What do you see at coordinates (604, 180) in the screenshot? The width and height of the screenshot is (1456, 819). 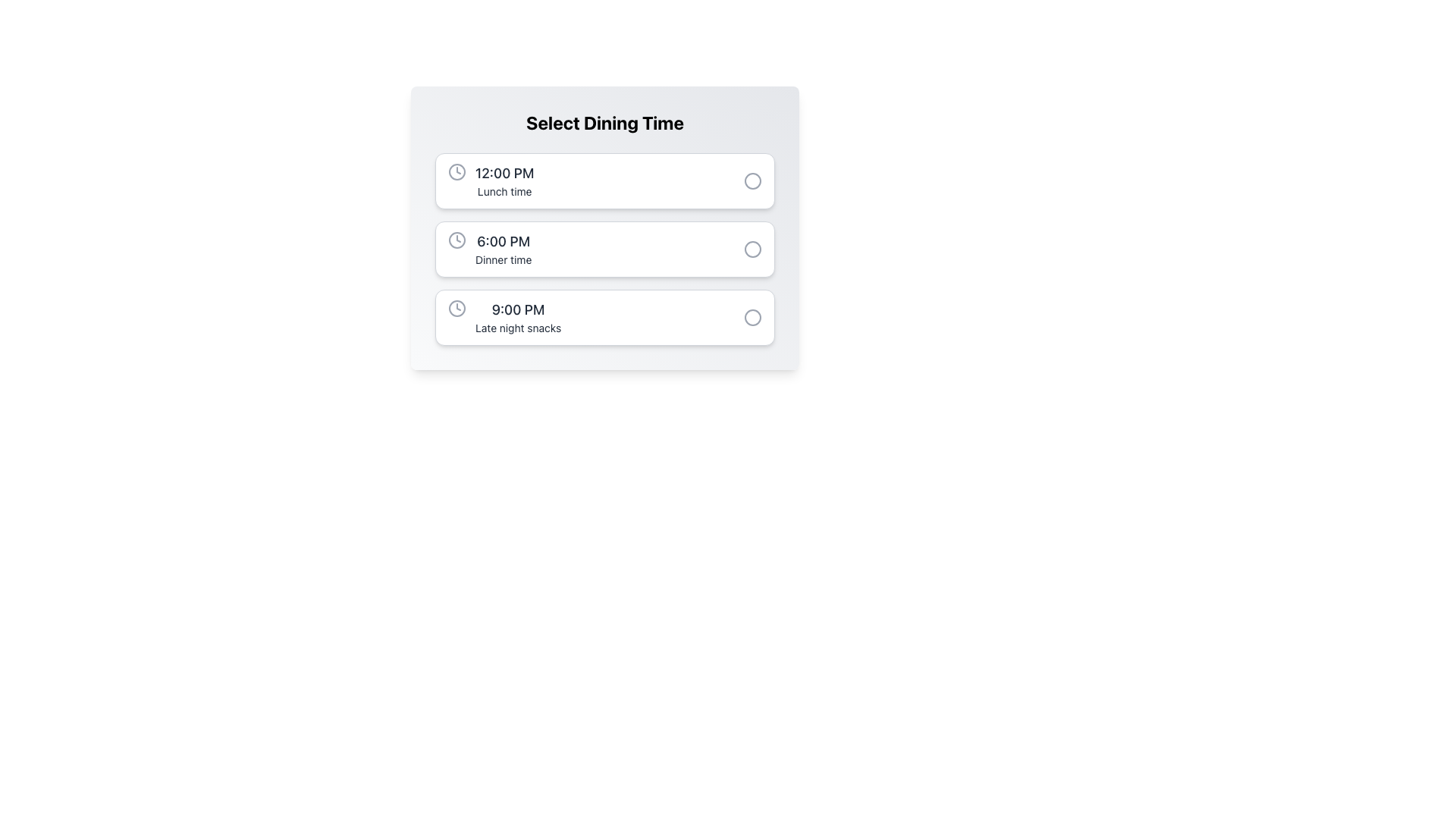 I see `the Option button for '12:00 PM Lunch time'` at bounding box center [604, 180].